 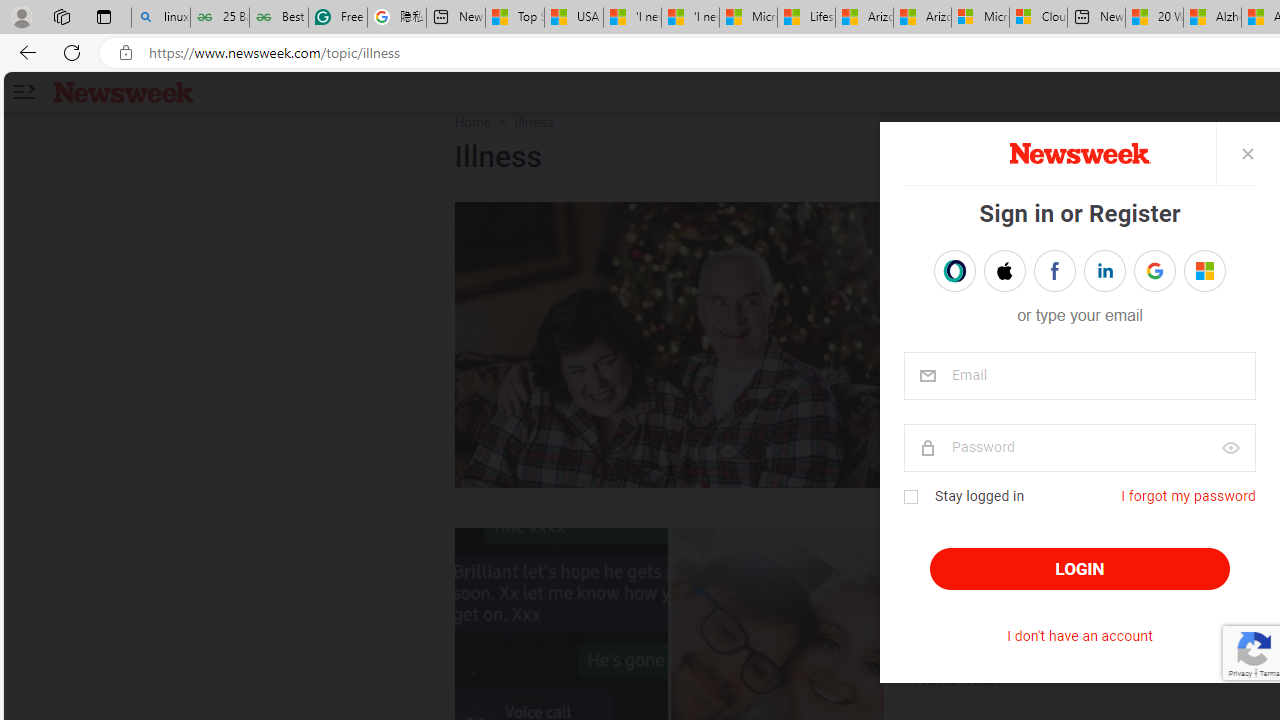 What do you see at coordinates (573, 17) in the screenshot?
I see `'USA TODAY - MSN'` at bounding box center [573, 17].